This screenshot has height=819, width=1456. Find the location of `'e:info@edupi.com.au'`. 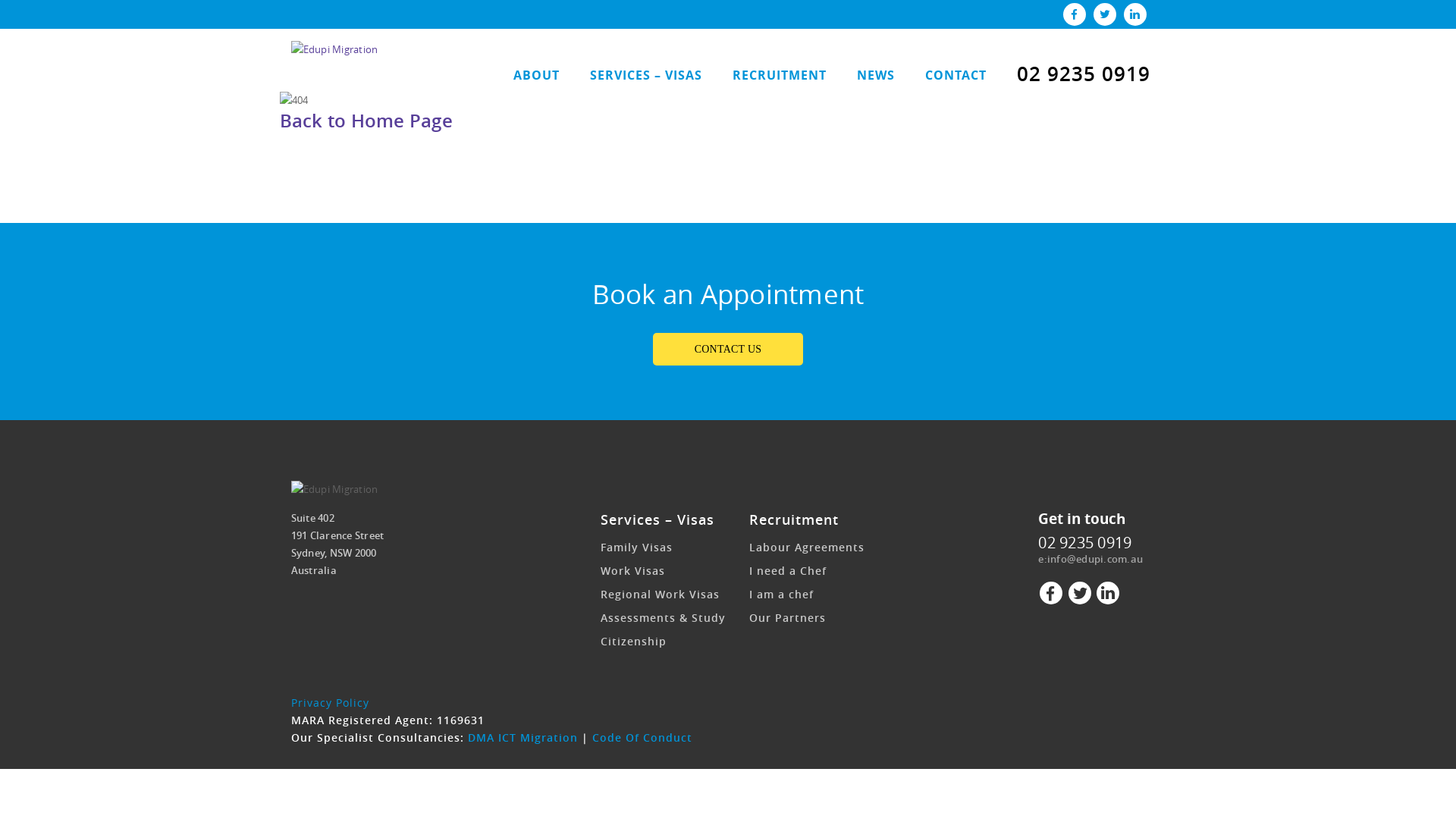

'e:info@edupi.com.au' is located at coordinates (1090, 558).